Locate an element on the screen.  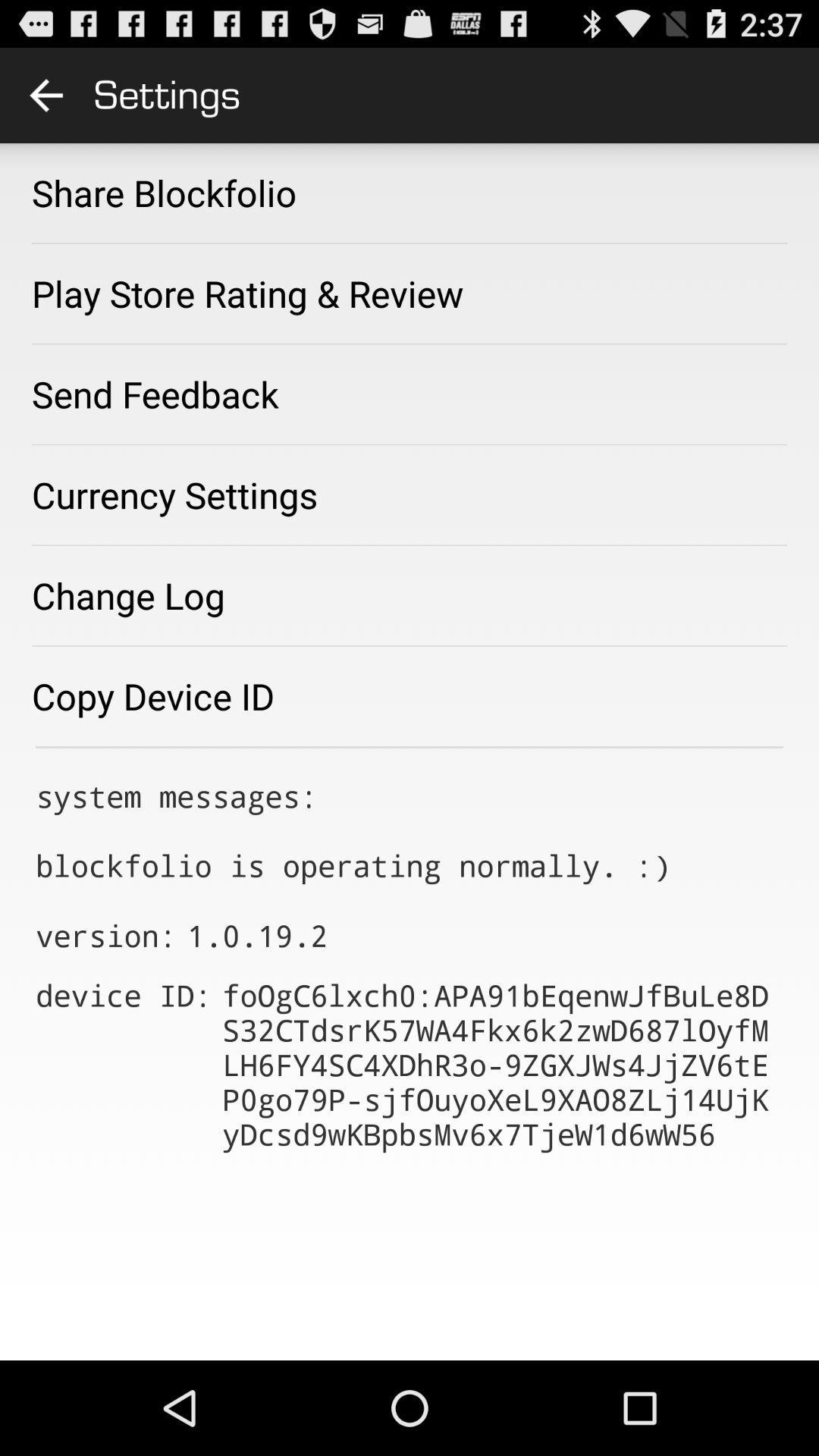
app above the play store rating item is located at coordinates (164, 192).